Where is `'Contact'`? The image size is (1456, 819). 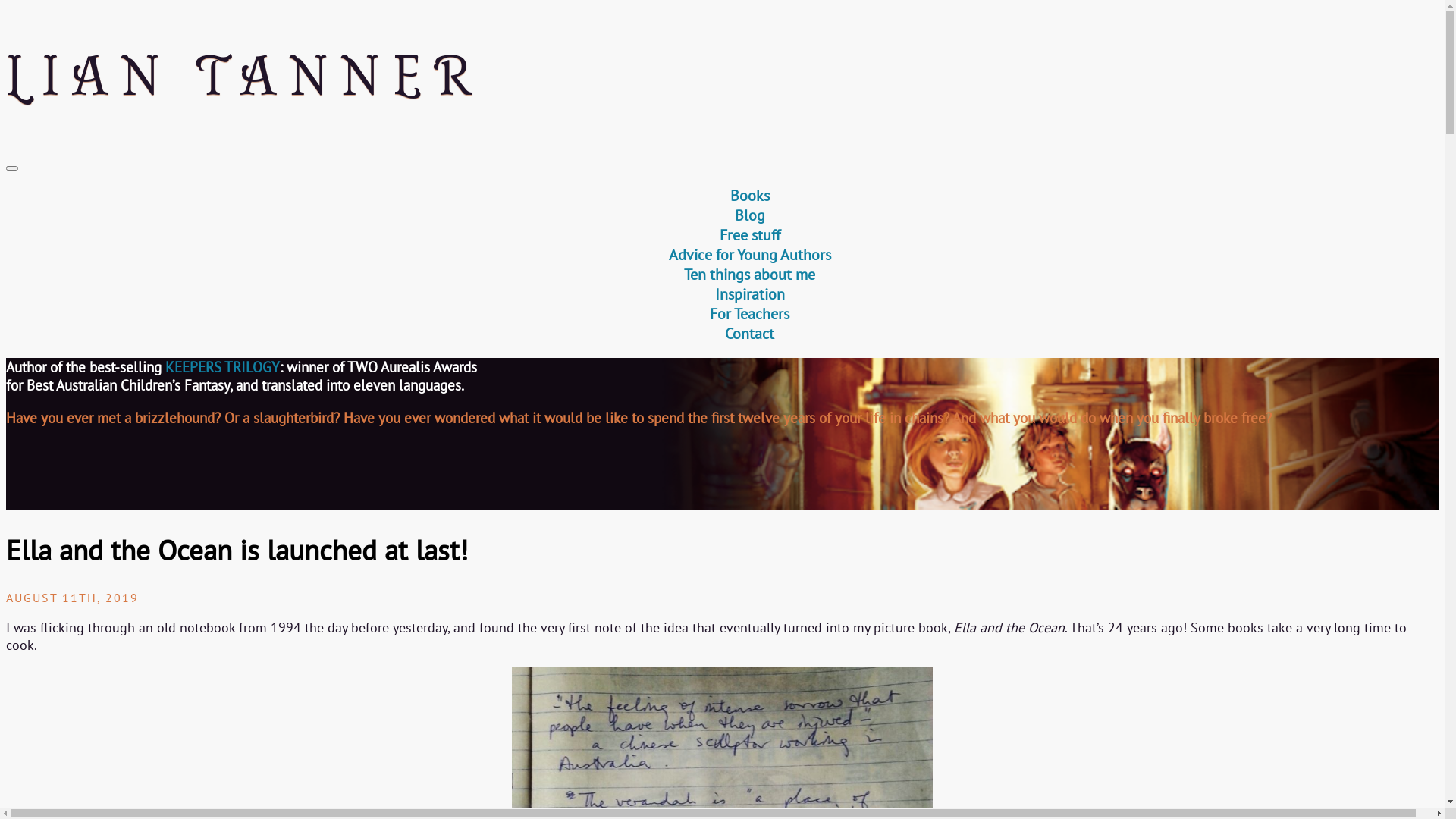
'Contact' is located at coordinates (749, 332).